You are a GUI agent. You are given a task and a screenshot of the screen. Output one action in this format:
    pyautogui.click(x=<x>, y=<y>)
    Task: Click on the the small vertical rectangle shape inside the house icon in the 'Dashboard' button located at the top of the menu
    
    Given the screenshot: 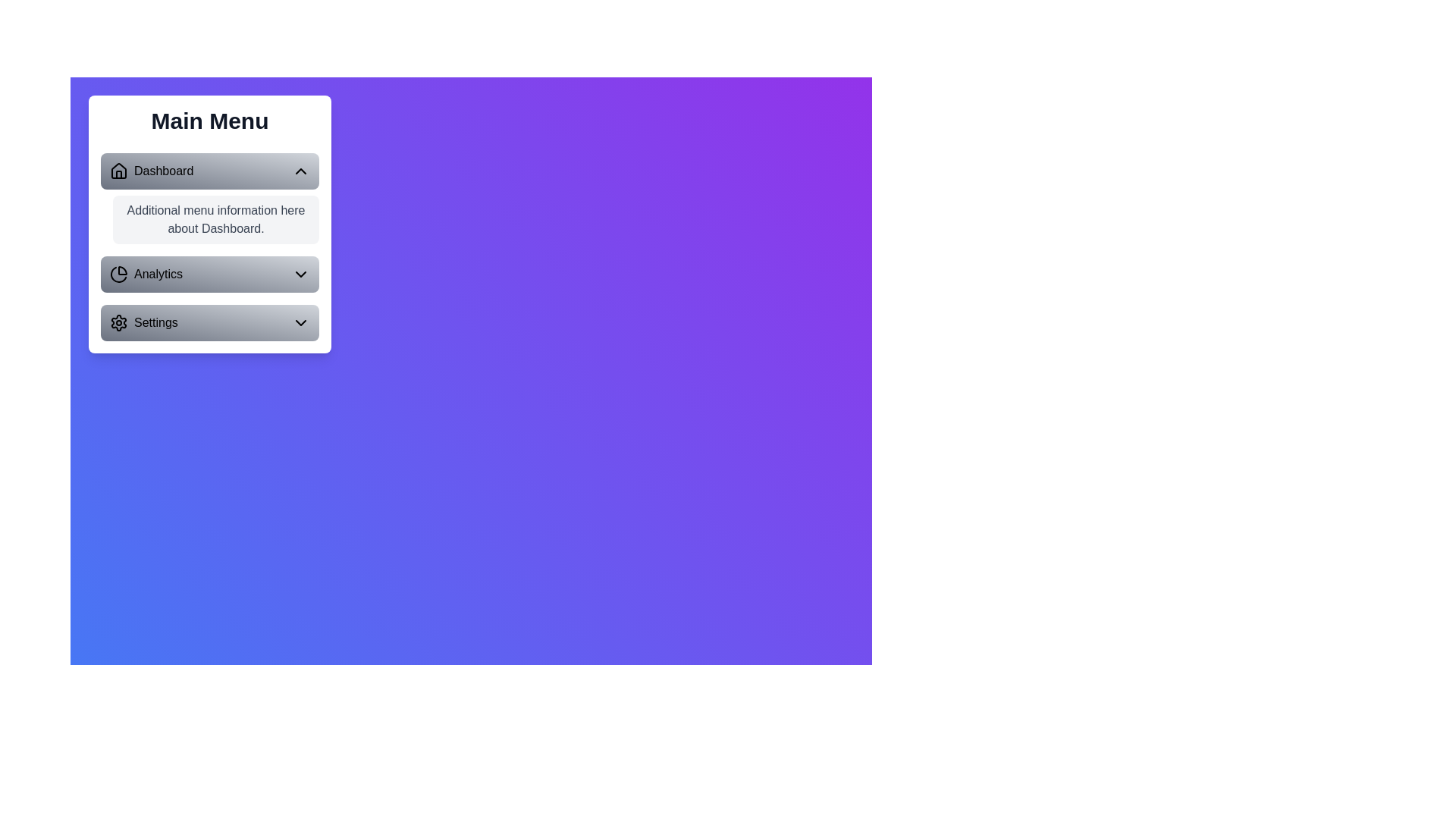 What is the action you would take?
    pyautogui.click(x=118, y=174)
    